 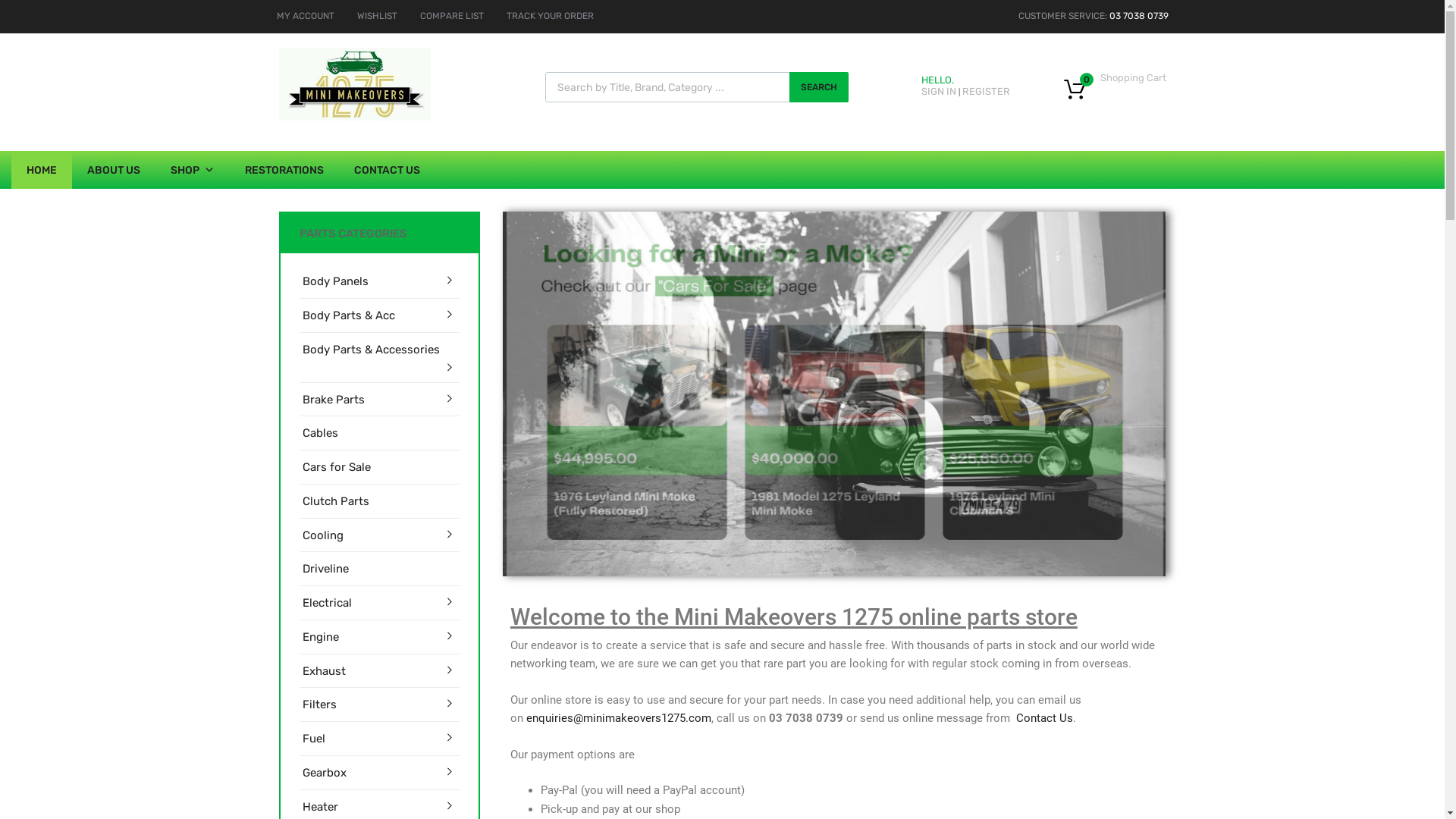 What do you see at coordinates (318, 806) in the screenshot?
I see `'Heater'` at bounding box center [318, 806].